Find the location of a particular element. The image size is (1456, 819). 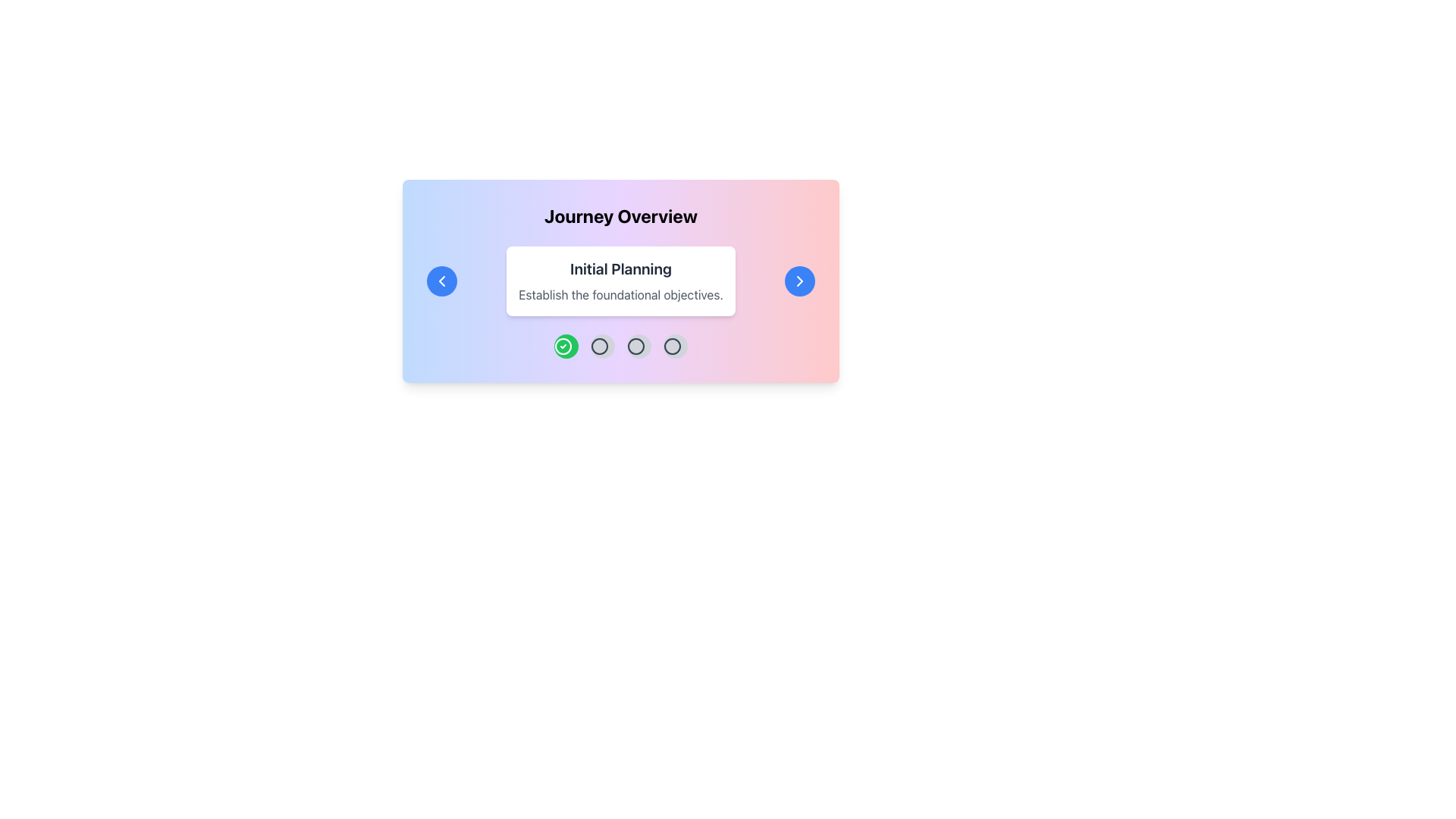

the right-facing chevron icon within the blue circular button located at the right side of the interface is located at coordinates (799, 281).